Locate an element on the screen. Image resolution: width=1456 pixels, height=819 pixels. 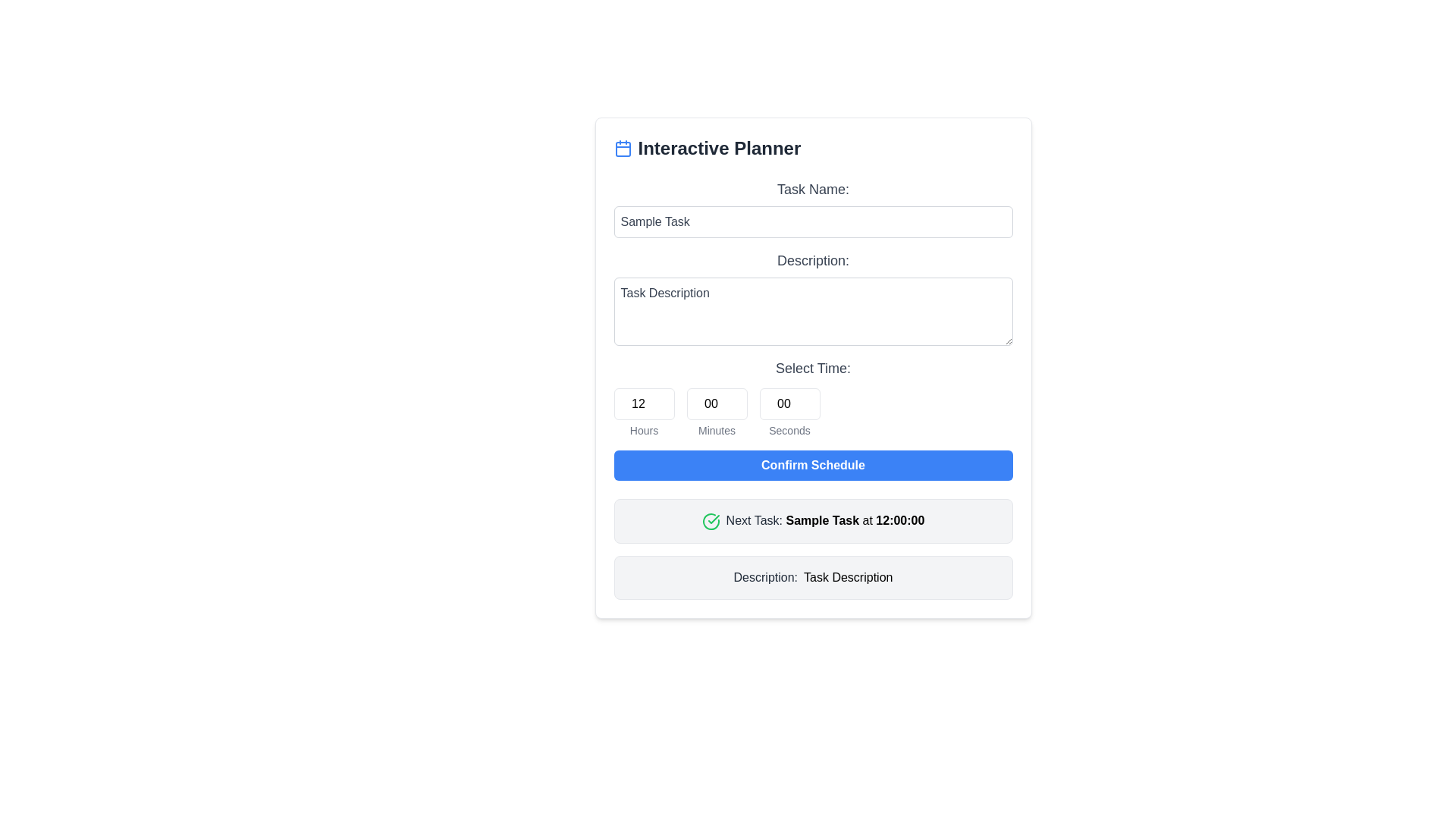
the text label displaying 'Description:' which is styled in bold, medium-sized dark gray font and positioned between the 'Task Name:' label and the 'Task Description' input field is located at coordinates (812, 259).